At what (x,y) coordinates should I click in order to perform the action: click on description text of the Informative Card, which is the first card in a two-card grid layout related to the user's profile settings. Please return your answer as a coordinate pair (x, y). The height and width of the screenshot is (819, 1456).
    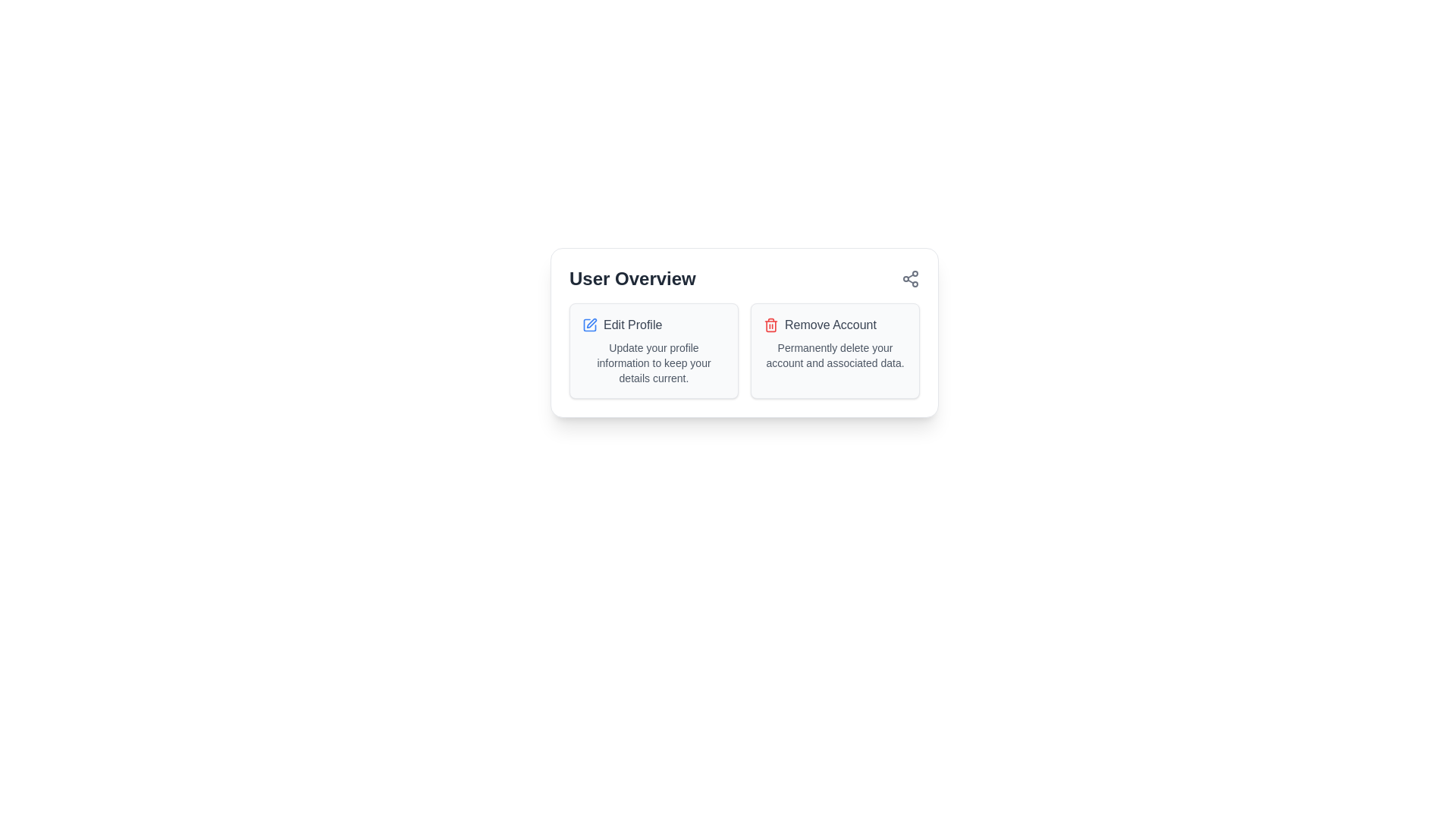
    Looking at the image, I should click on (654, 350).